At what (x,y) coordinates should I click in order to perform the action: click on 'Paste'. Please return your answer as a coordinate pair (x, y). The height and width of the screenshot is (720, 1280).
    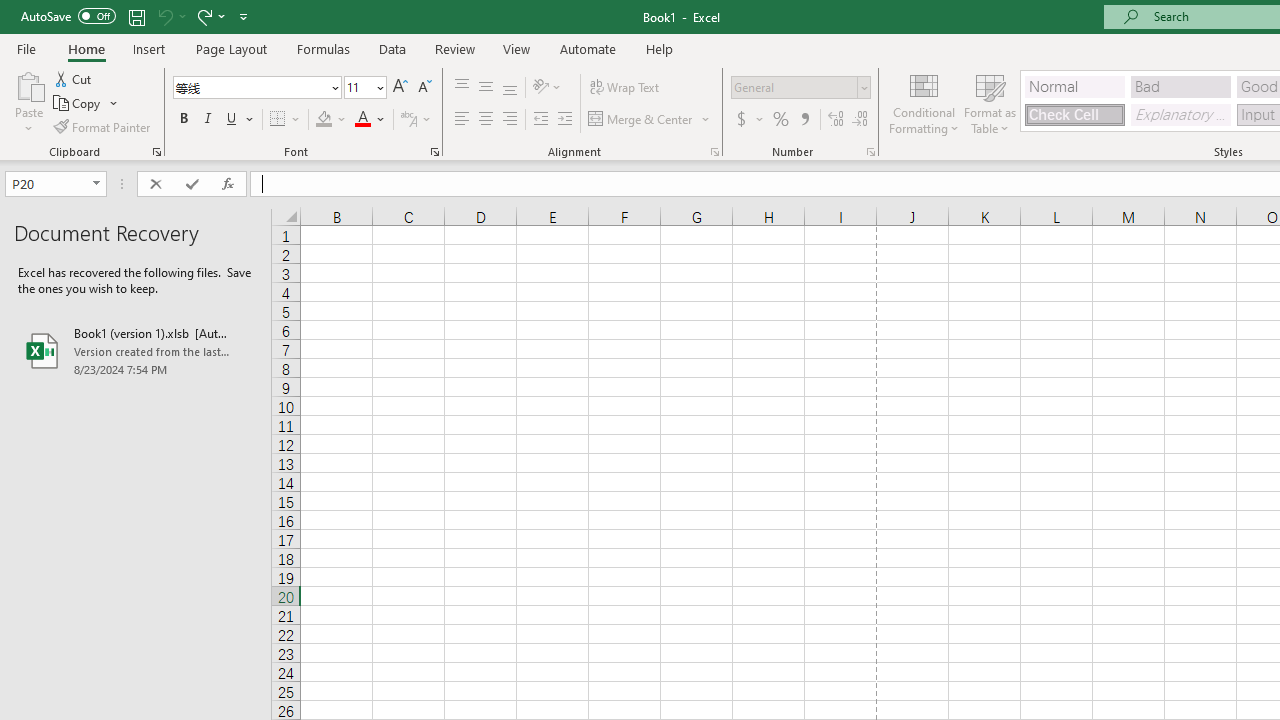
    Looking at the image, I should click on (28, 103).